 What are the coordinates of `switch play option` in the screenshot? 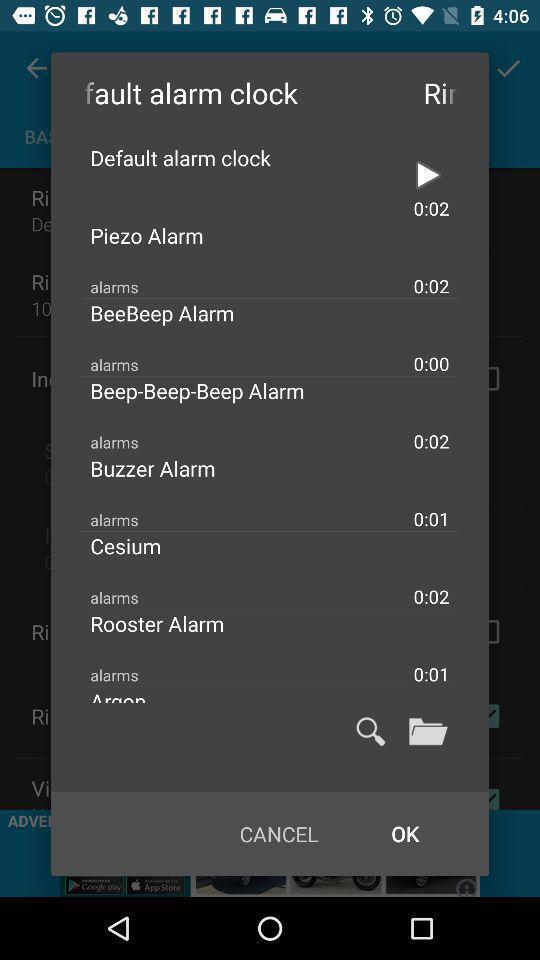 It's located at (427, 174).